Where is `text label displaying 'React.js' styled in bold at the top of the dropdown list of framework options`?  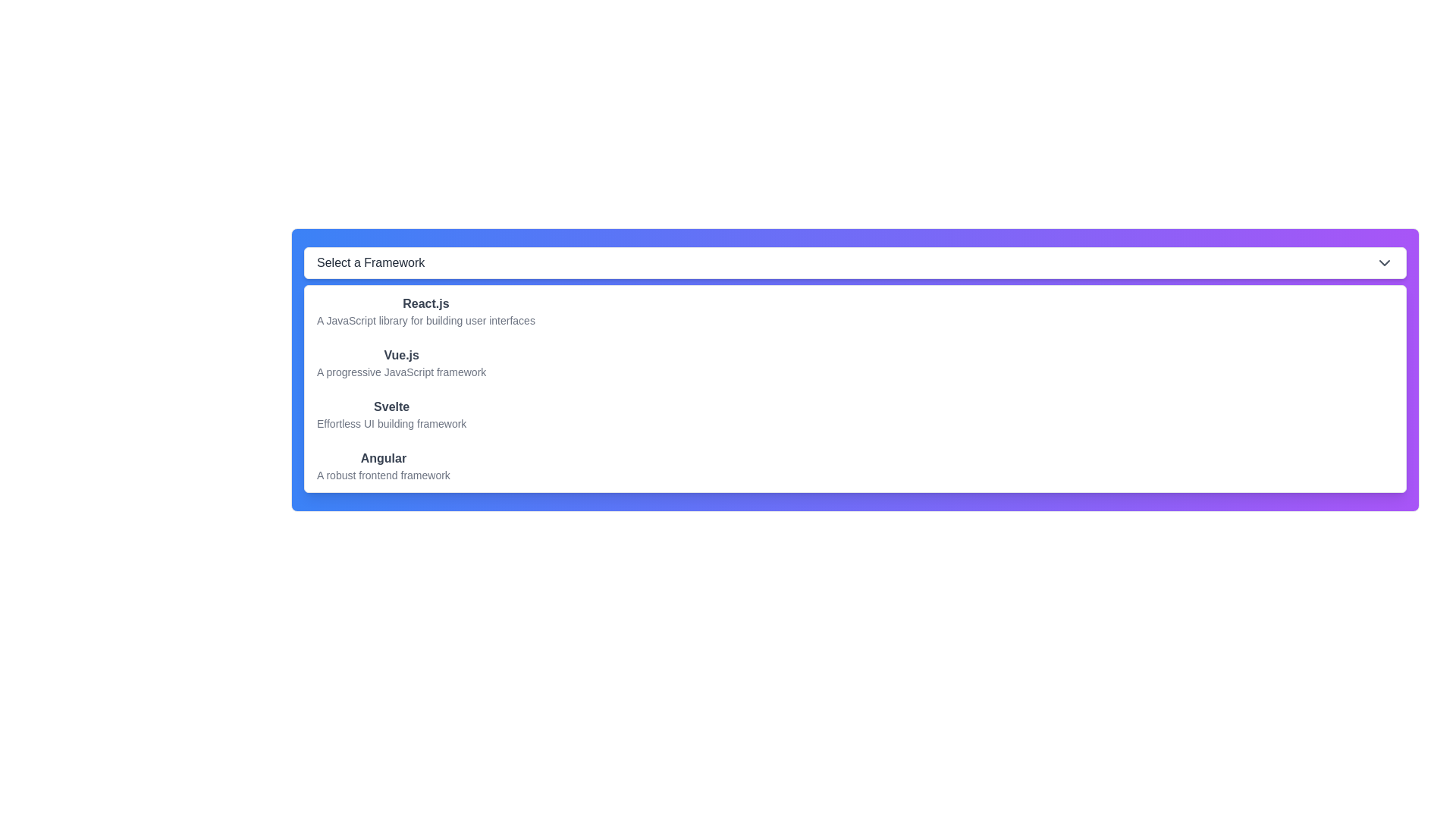 text label displaying 'React.js' styled in bold at the top of the dropdown list of framework options is located at coordinates (425, 304).